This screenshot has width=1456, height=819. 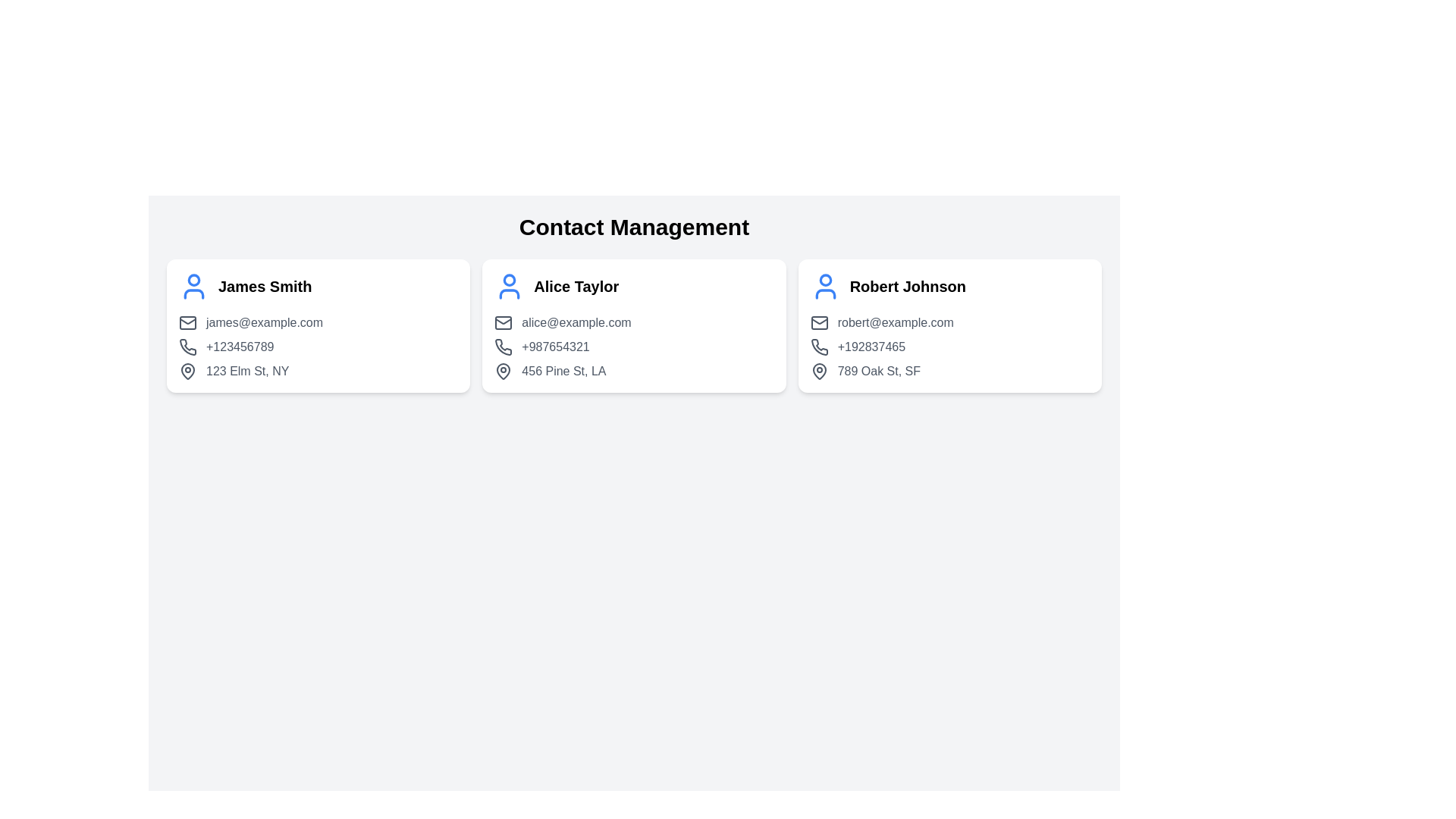 I want to click on the 'Robert Johnson' text label paired with the blue user icon within the contact card in the 'Contact Management' section, so click(x=949, y=287).